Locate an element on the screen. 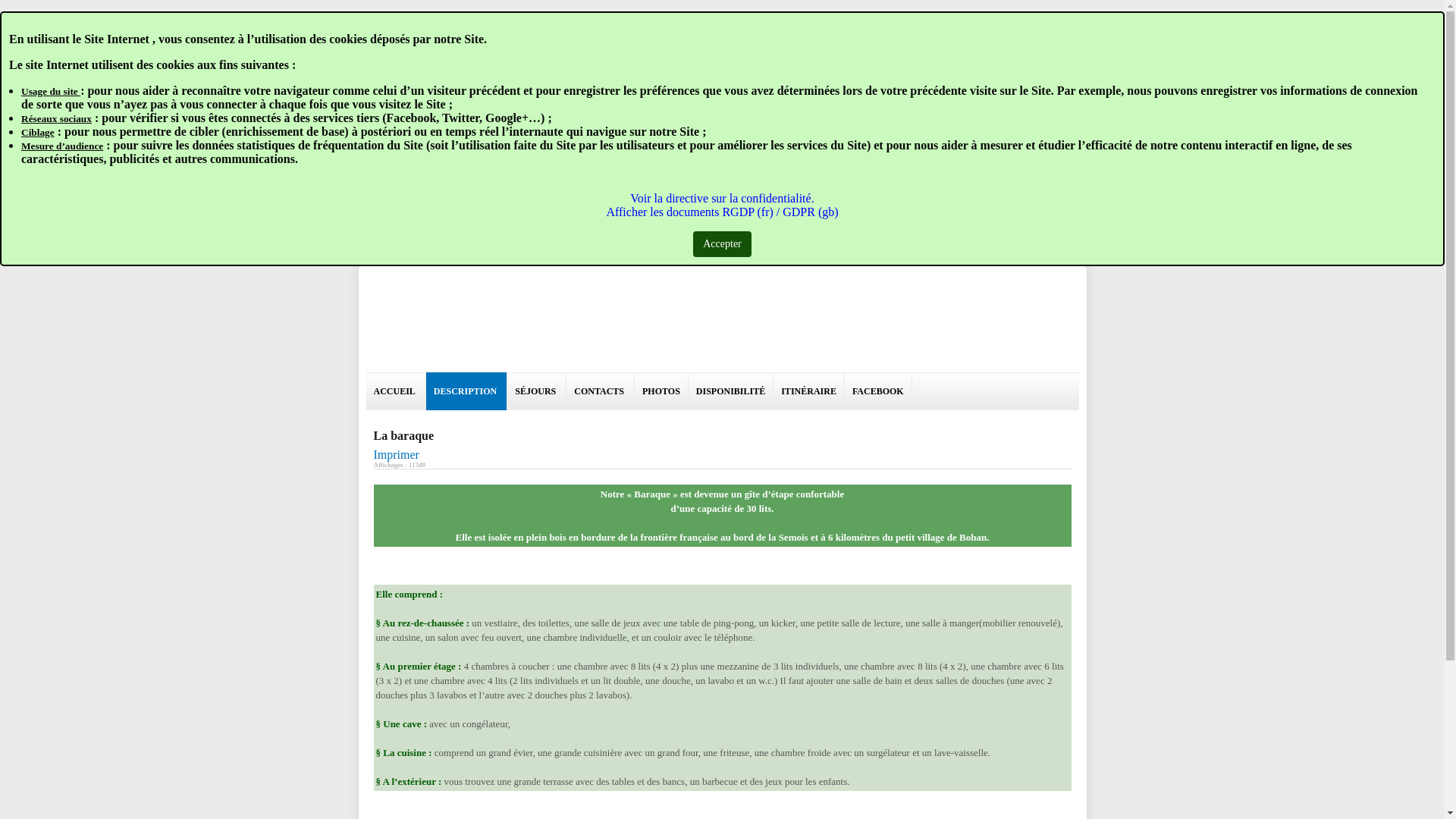 This screenshot has width=1456, height=819. 'CONTACTS' is located at coordinates (600, 391).